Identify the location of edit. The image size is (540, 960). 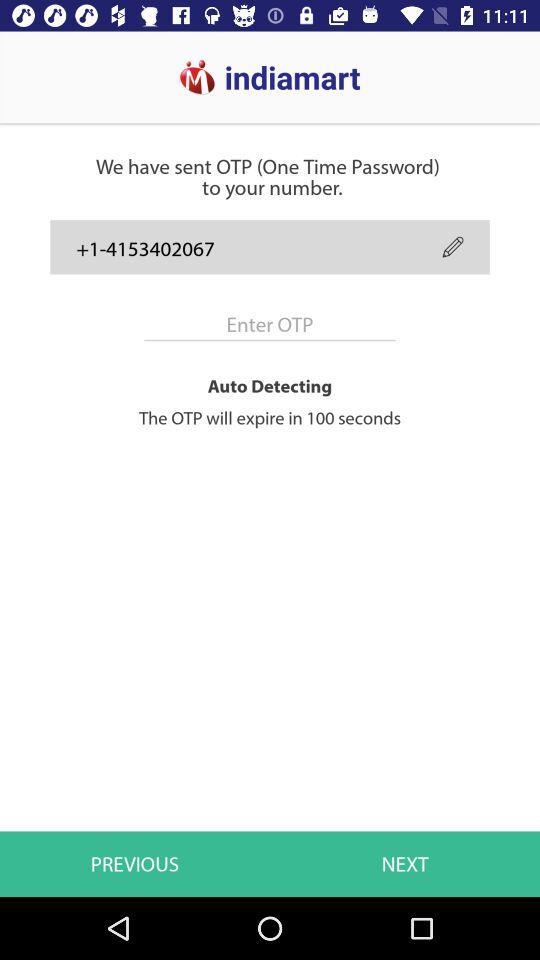
(453, 246).